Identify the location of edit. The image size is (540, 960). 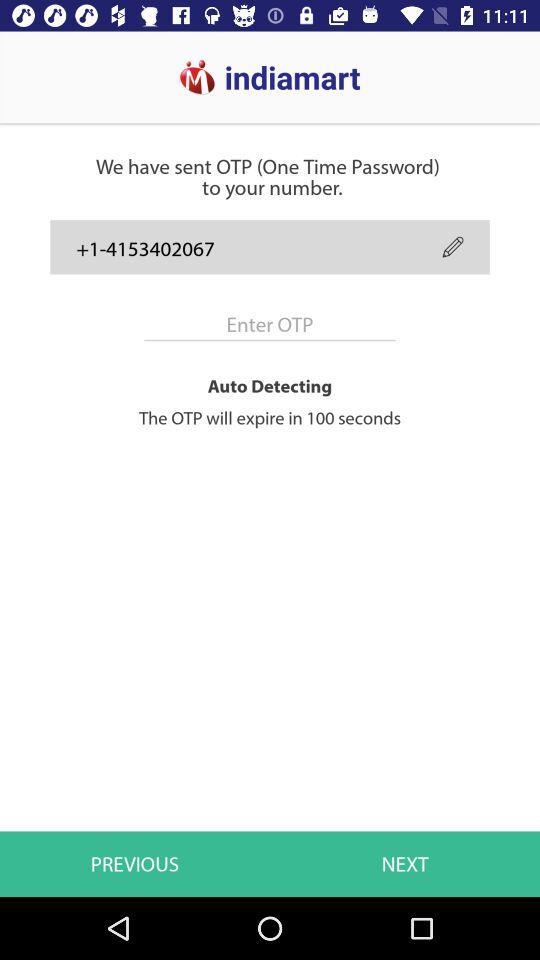
(453, 246).